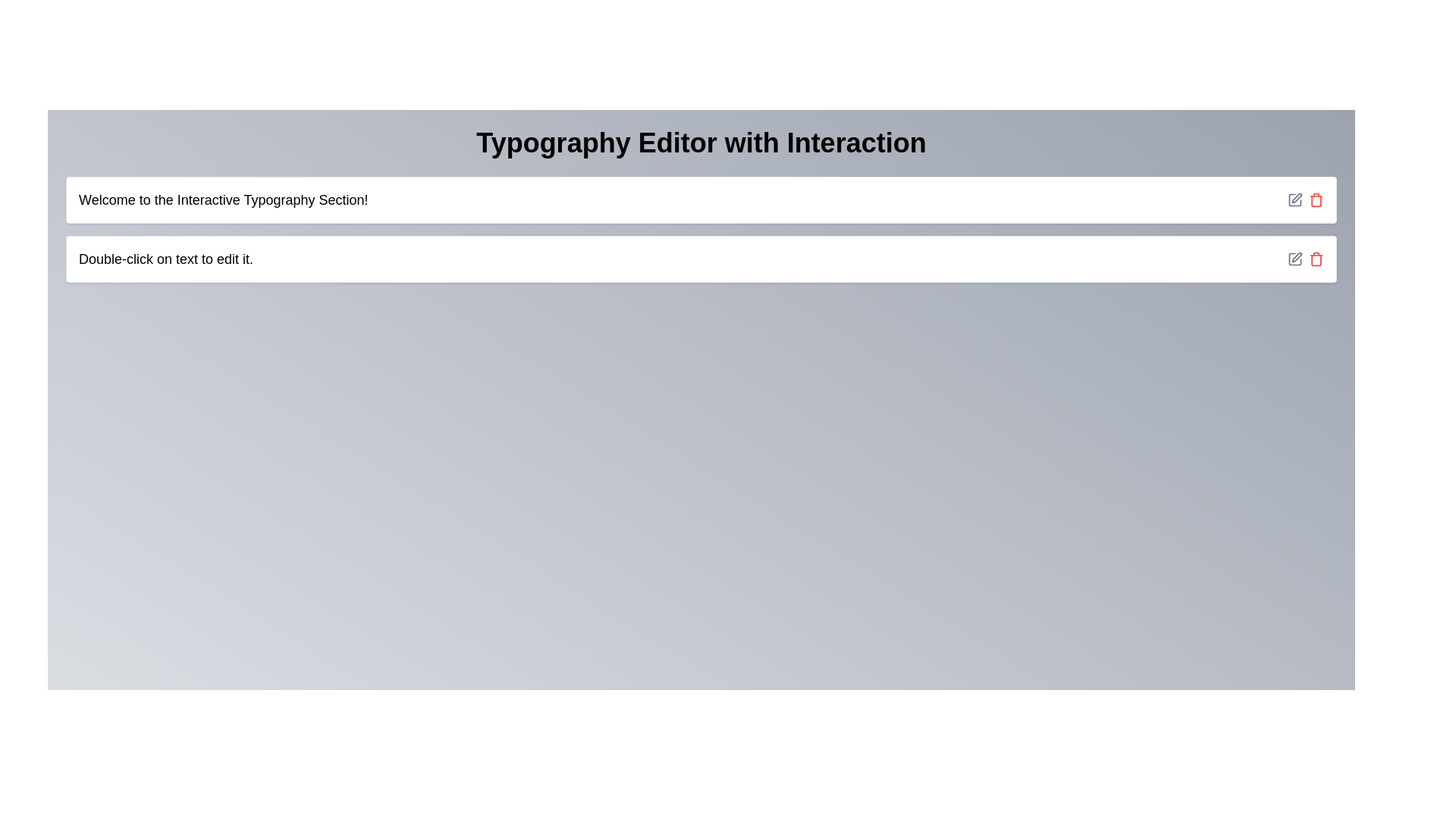  I want to click on the leftmost edit button located next to the second text box, so click(1294, 259).